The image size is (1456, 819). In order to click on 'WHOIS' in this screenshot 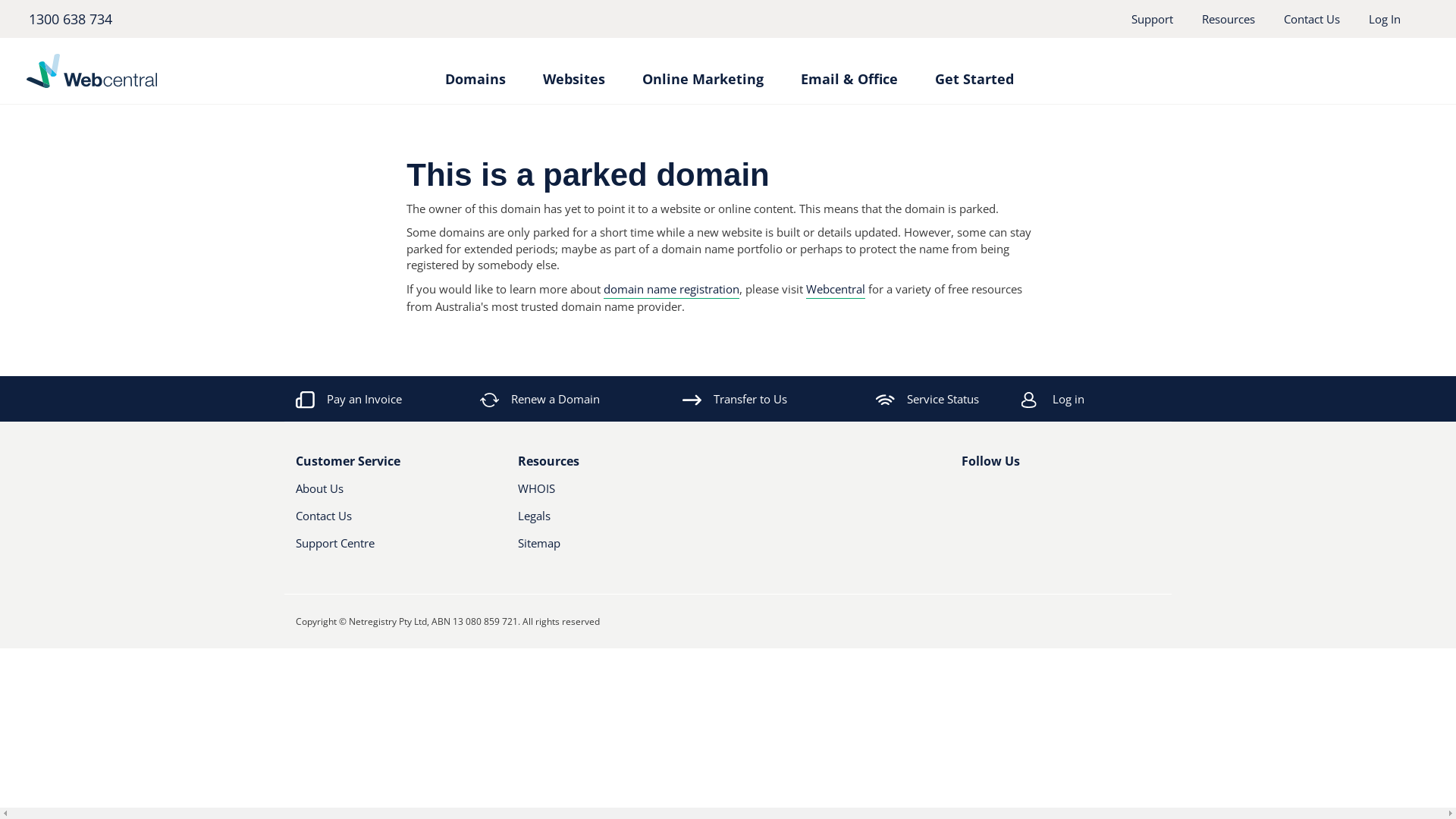, I will do `click(601, 494)`.